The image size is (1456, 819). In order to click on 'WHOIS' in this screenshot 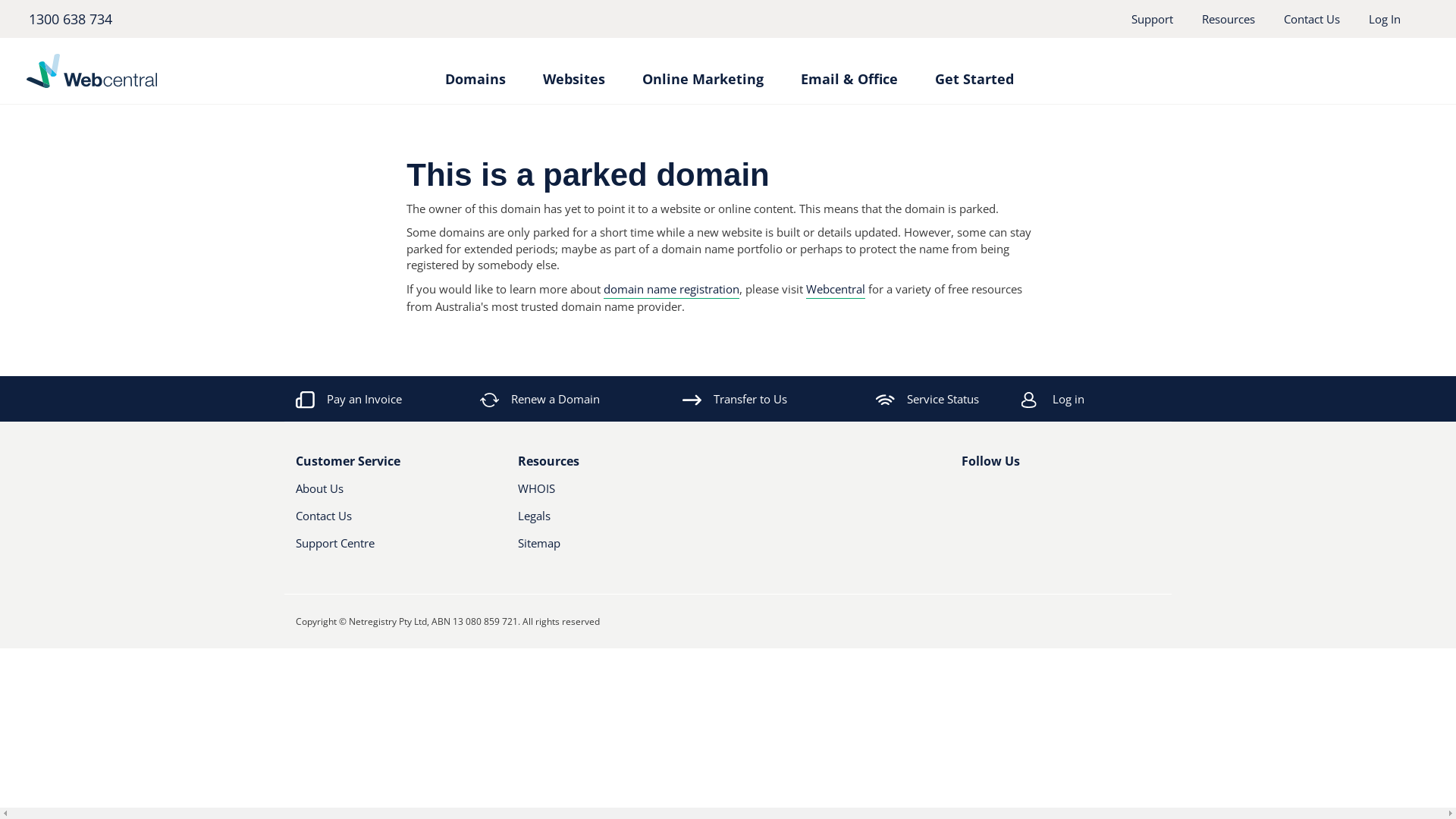, I will do `click(601, 494)`.